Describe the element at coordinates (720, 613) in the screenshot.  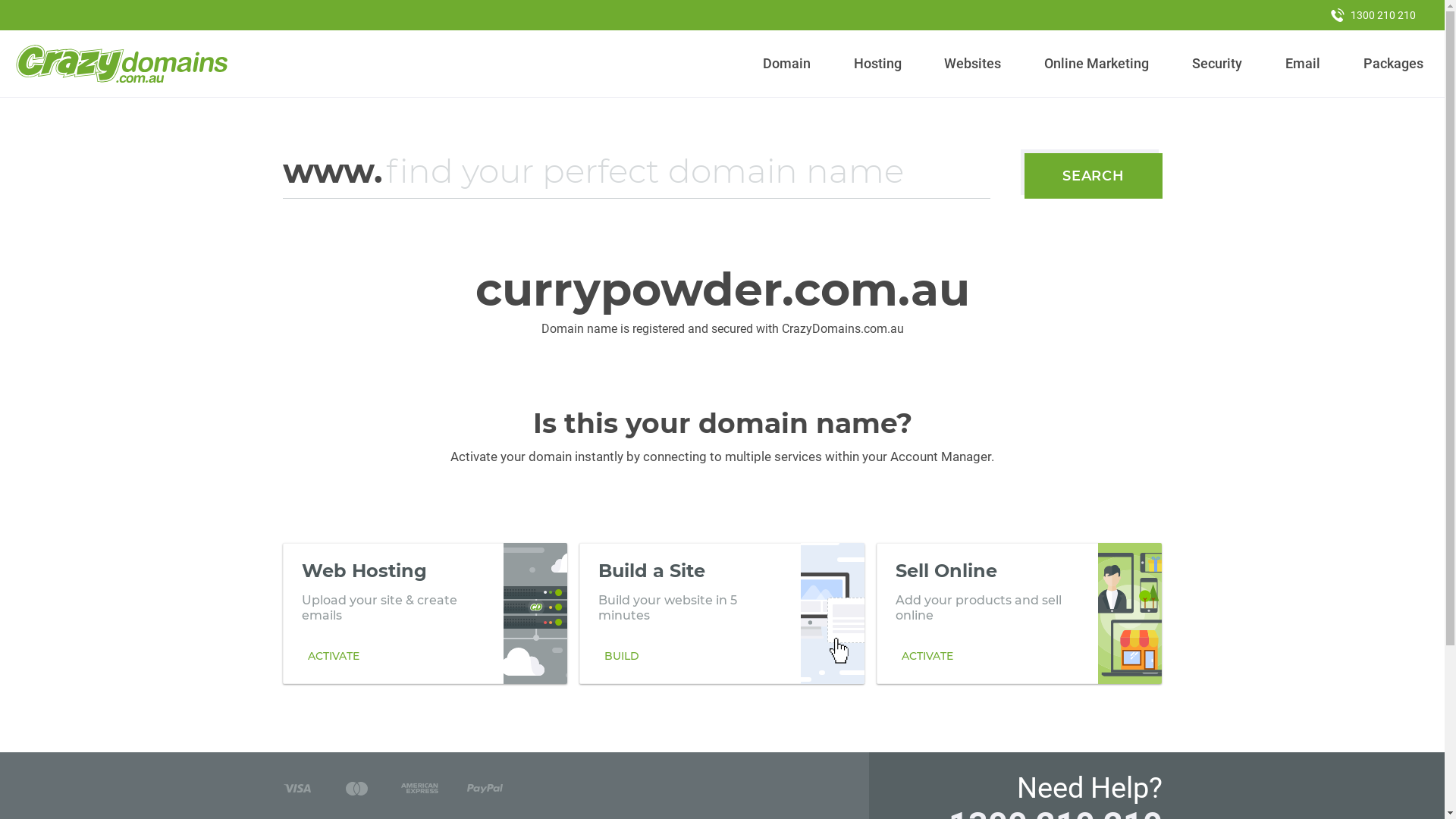
I see `'Build a Site` at that location.